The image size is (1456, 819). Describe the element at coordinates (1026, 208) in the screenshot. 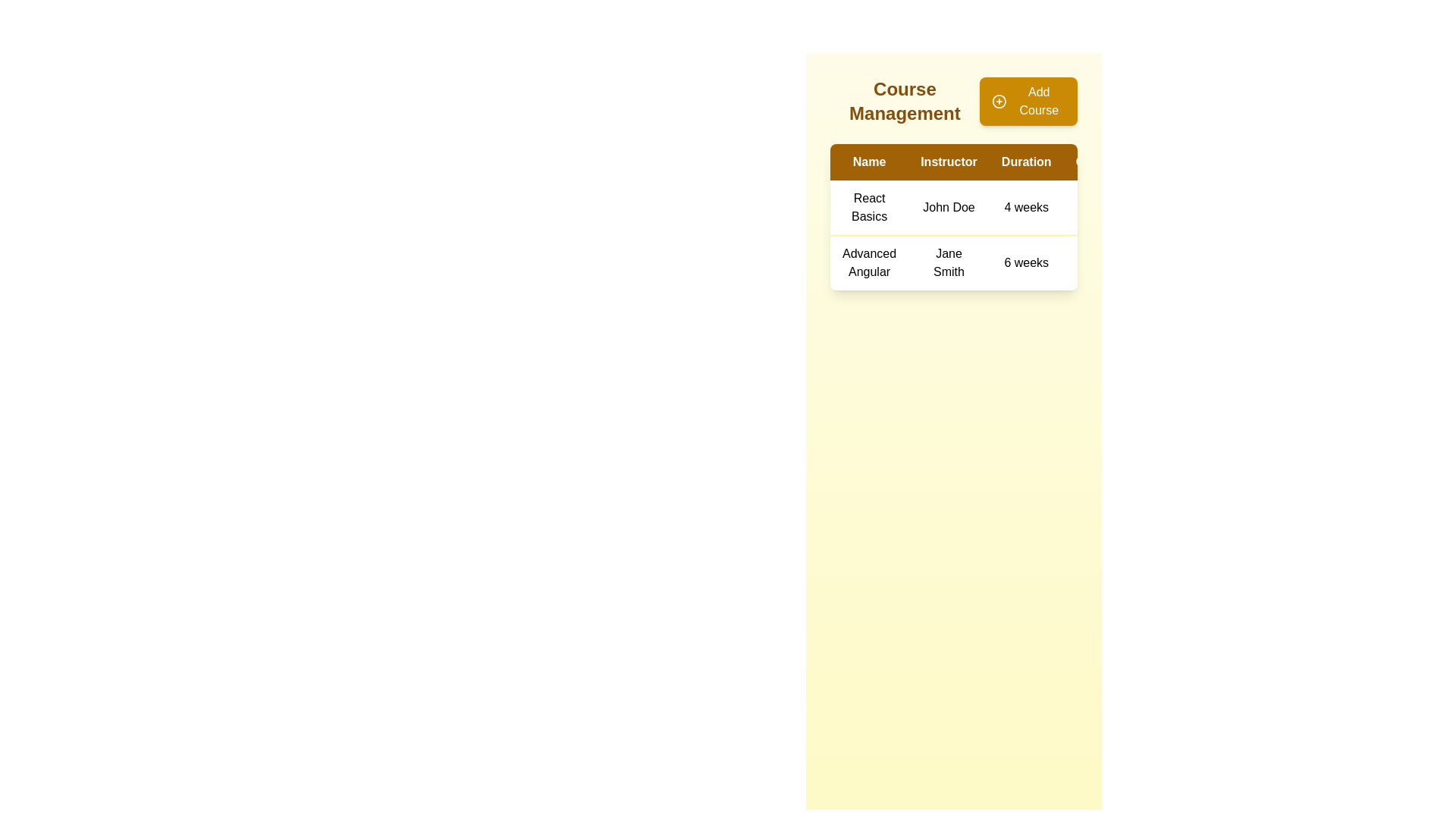

I see `text displaying the duration of the course, which shows '4 weeks' in the third column of the first row of the Course Management table` at that location.